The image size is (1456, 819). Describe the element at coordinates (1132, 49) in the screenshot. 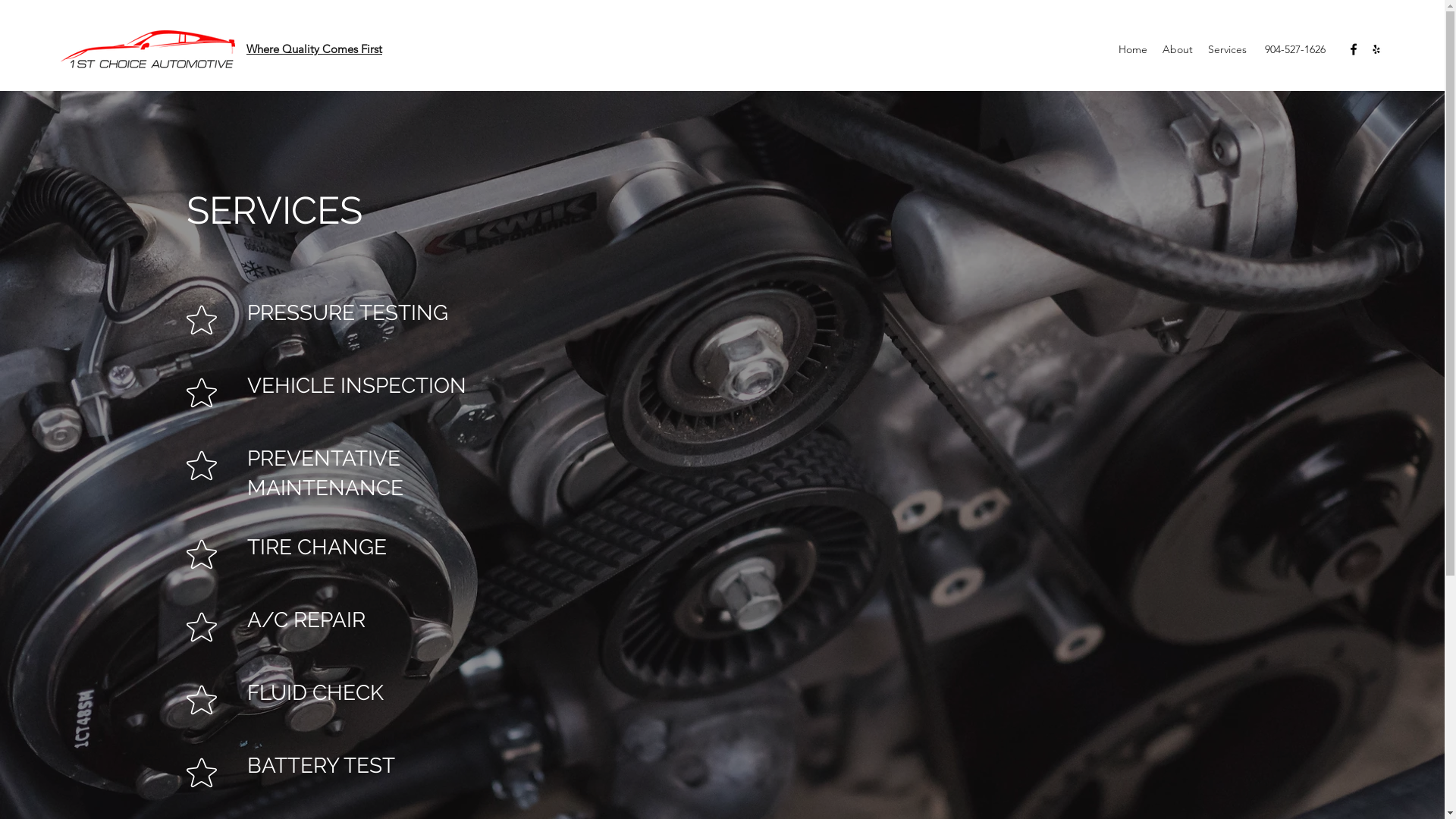

I see `'Home'` at that location.